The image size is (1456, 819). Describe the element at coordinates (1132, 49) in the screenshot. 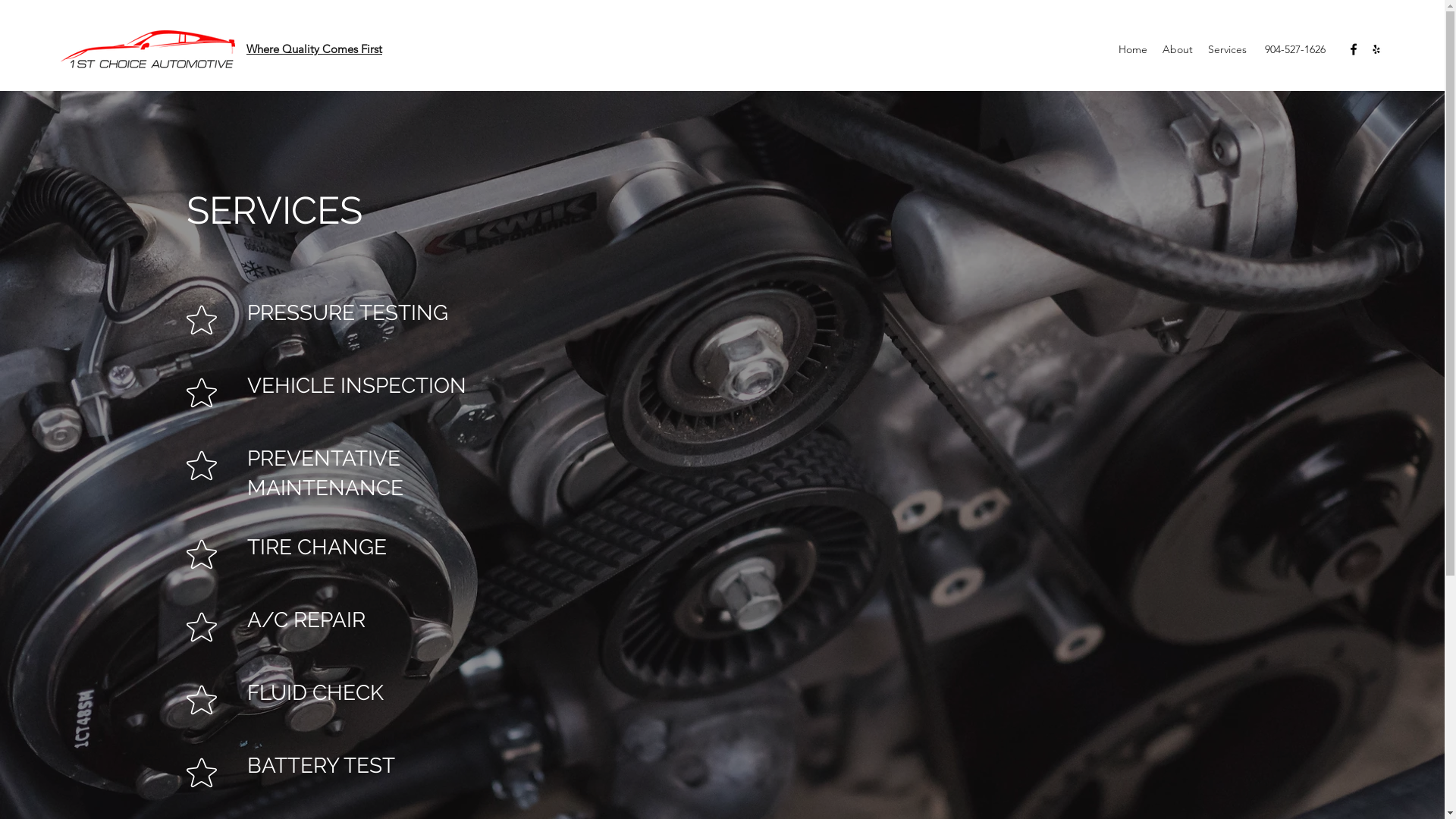

I see `'Home'` at that location.